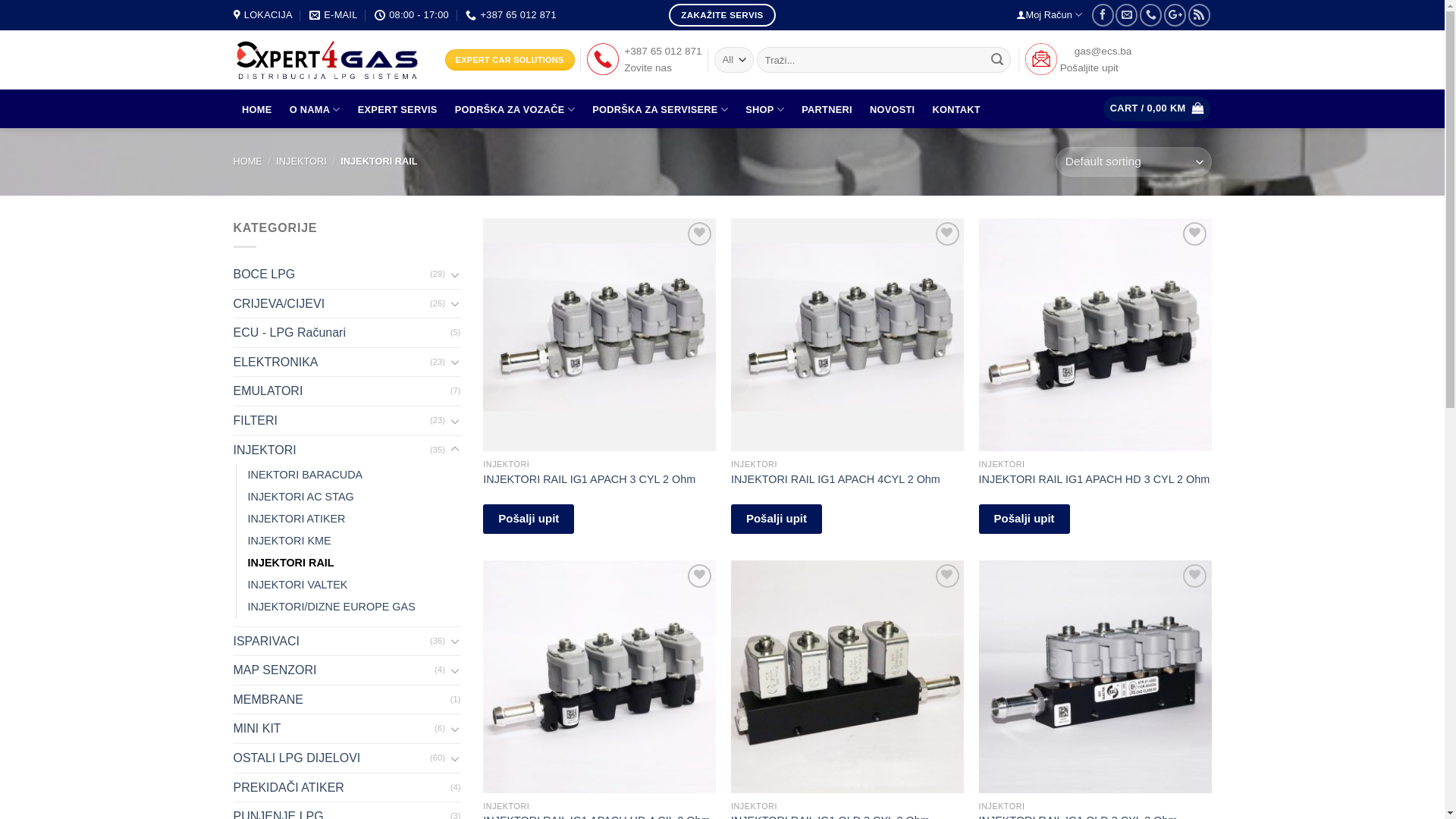 This screenshot has height=819, width=1456. Describe the element at coordinates (301, 161) in the screenshot. I see `'INJEKTORI'` at that location.